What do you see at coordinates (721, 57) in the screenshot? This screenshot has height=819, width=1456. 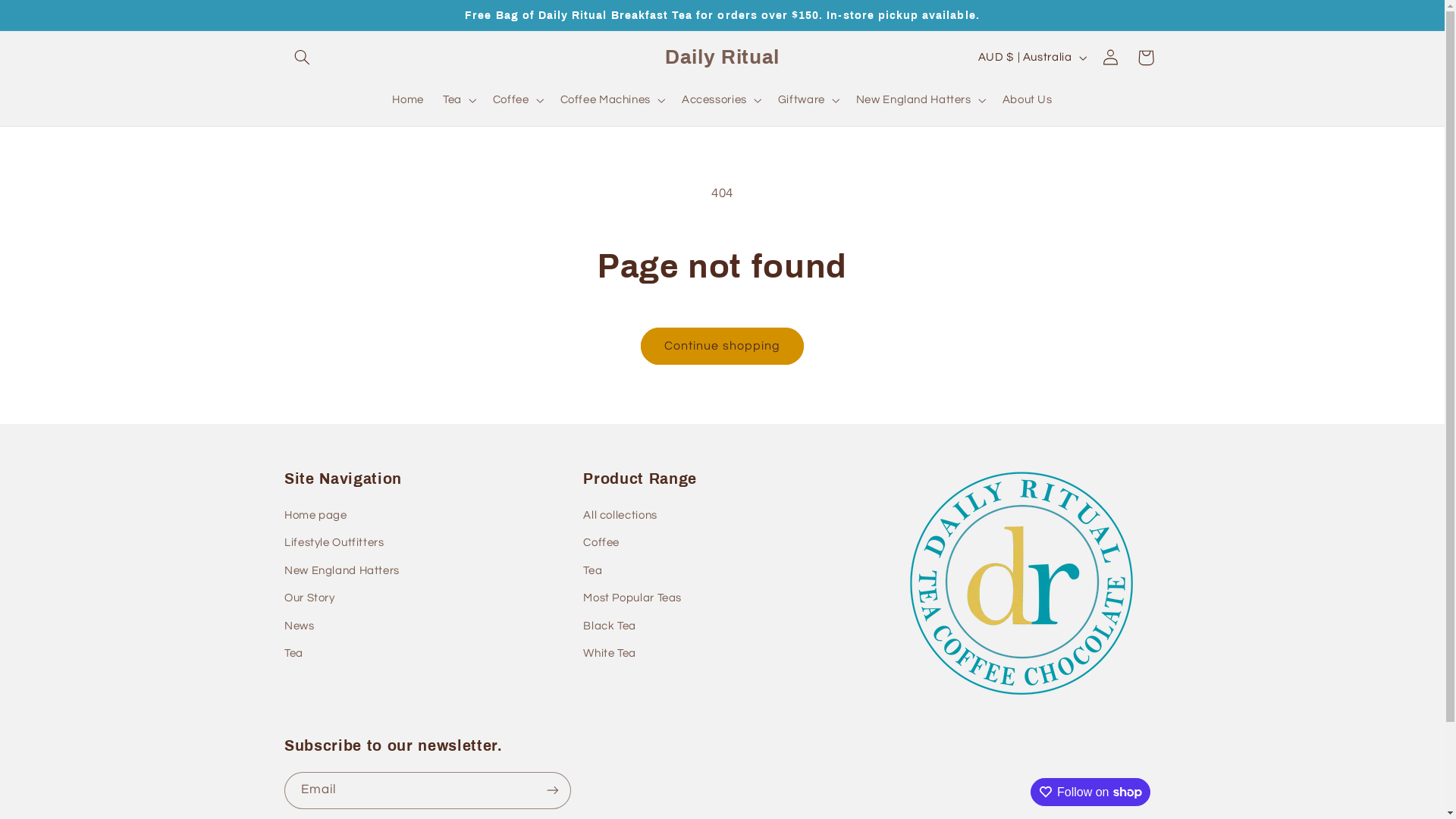 I see `'Daily Ritual'` at bounding box center [721, 57].